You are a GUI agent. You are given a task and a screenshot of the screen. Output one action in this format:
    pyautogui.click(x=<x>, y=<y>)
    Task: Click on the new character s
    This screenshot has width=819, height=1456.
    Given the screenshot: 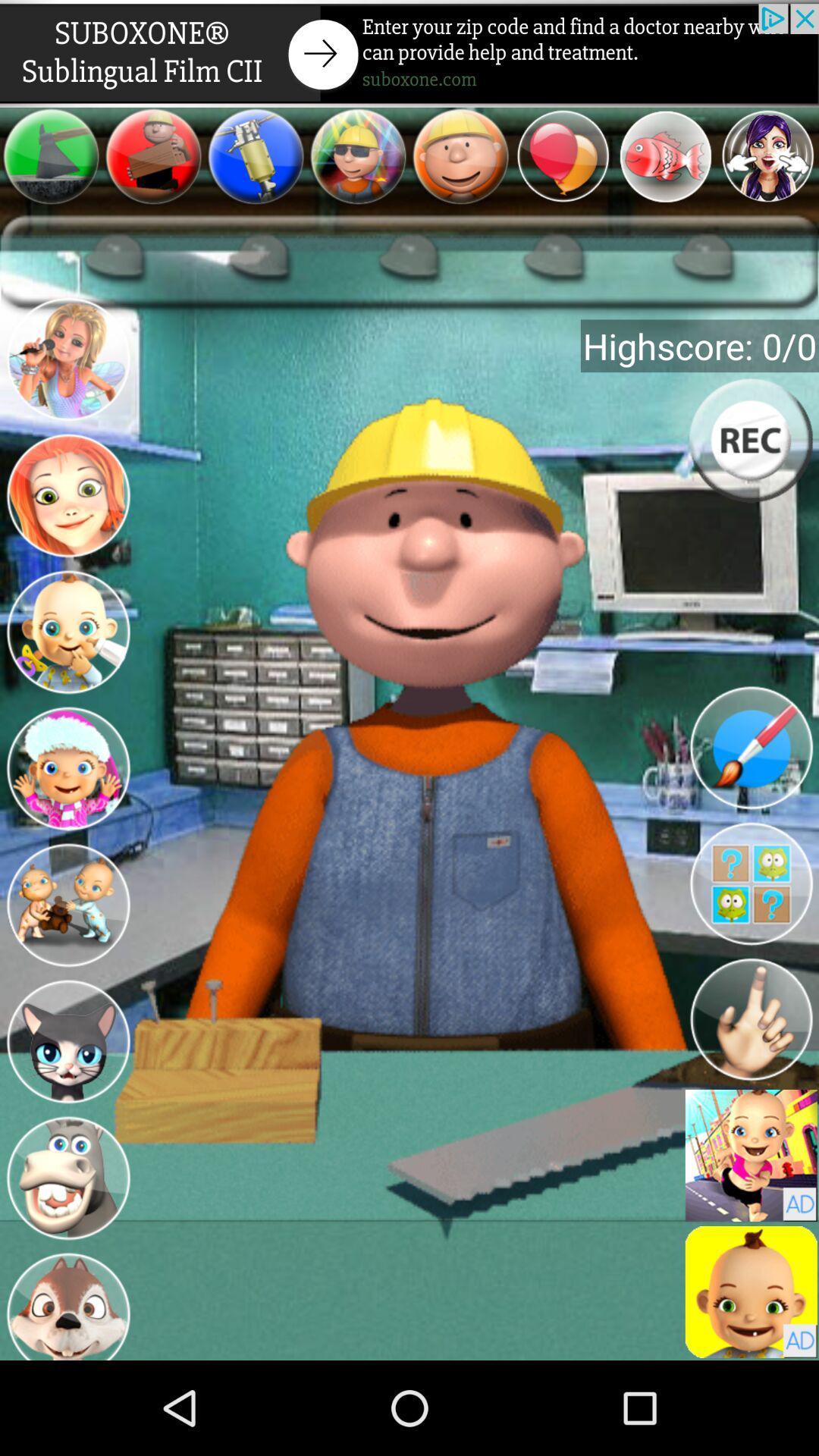 What is the action you would take?
    pyautogui.click(x=67, y=360)
    